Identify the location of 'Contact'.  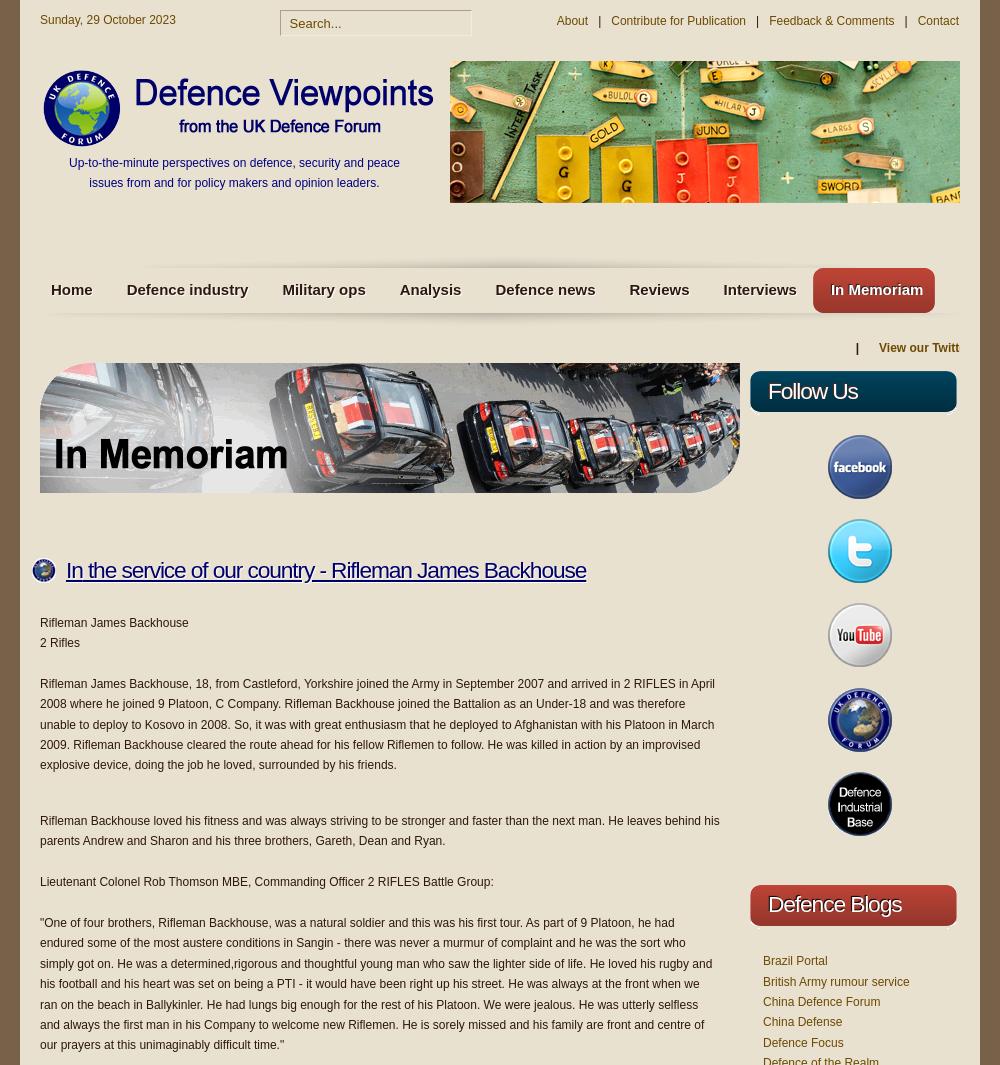
(917, 19).